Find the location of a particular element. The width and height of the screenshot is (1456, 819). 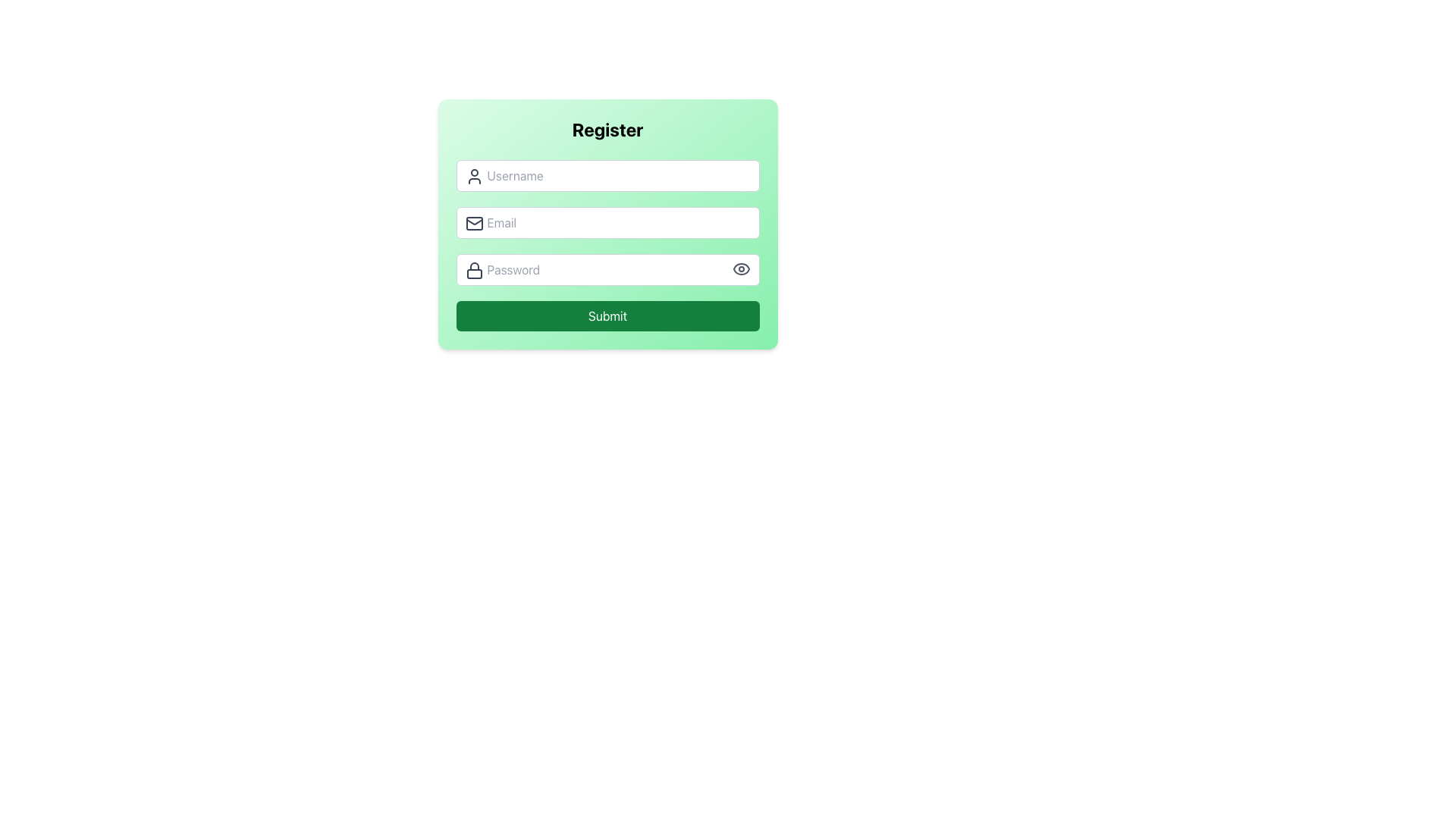

the small user icon, which is a minimalistic outline of a human figure, positioned to the left of the 'Username' text input field in the registration form is located at coordinates (473, 175).